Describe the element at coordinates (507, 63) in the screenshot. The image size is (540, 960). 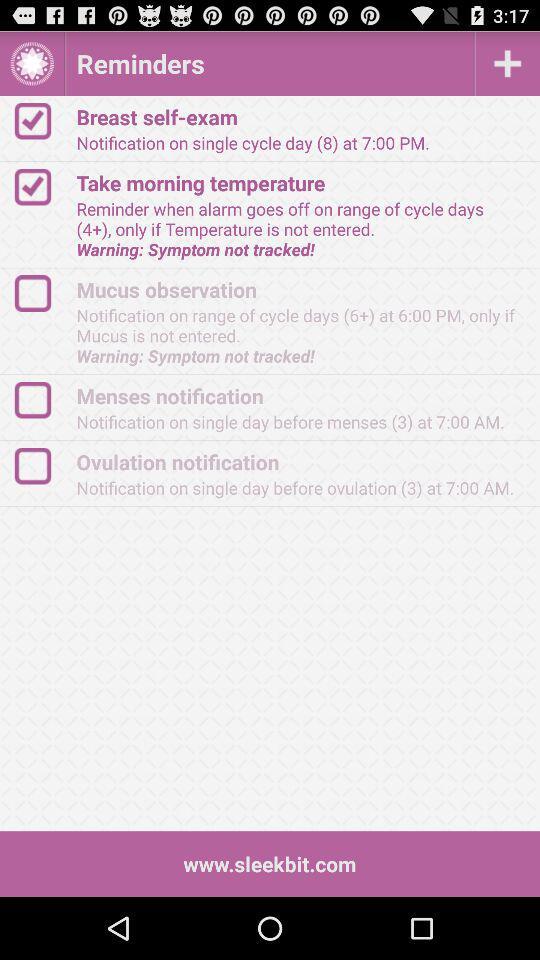
I see `option to add` at that location.